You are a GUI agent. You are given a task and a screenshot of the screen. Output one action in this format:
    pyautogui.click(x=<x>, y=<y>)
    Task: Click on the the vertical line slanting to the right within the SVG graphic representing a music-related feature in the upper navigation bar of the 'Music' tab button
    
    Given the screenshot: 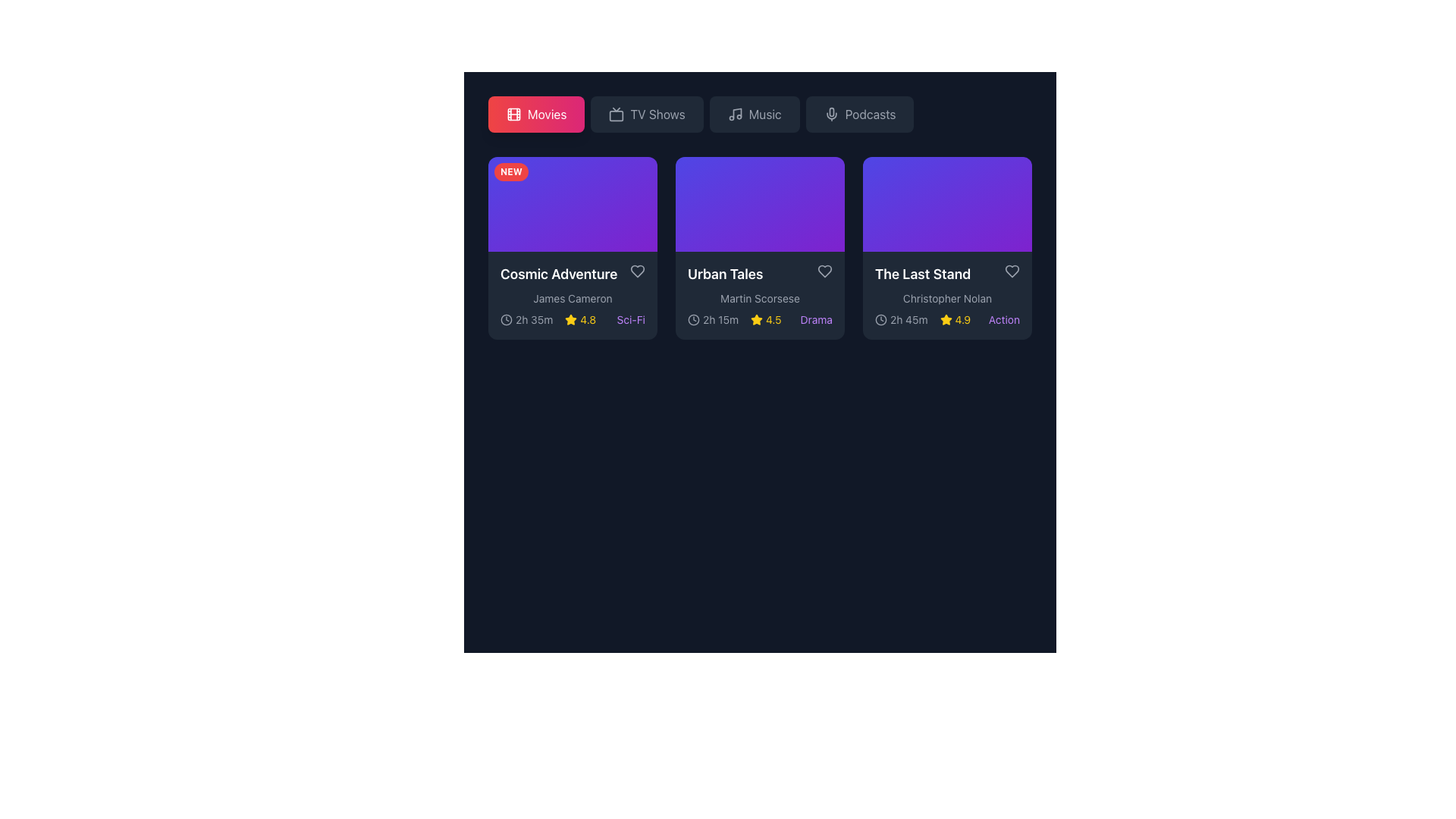 What is the action you would take?
    pyautogui.click(x=737, y=112)
    